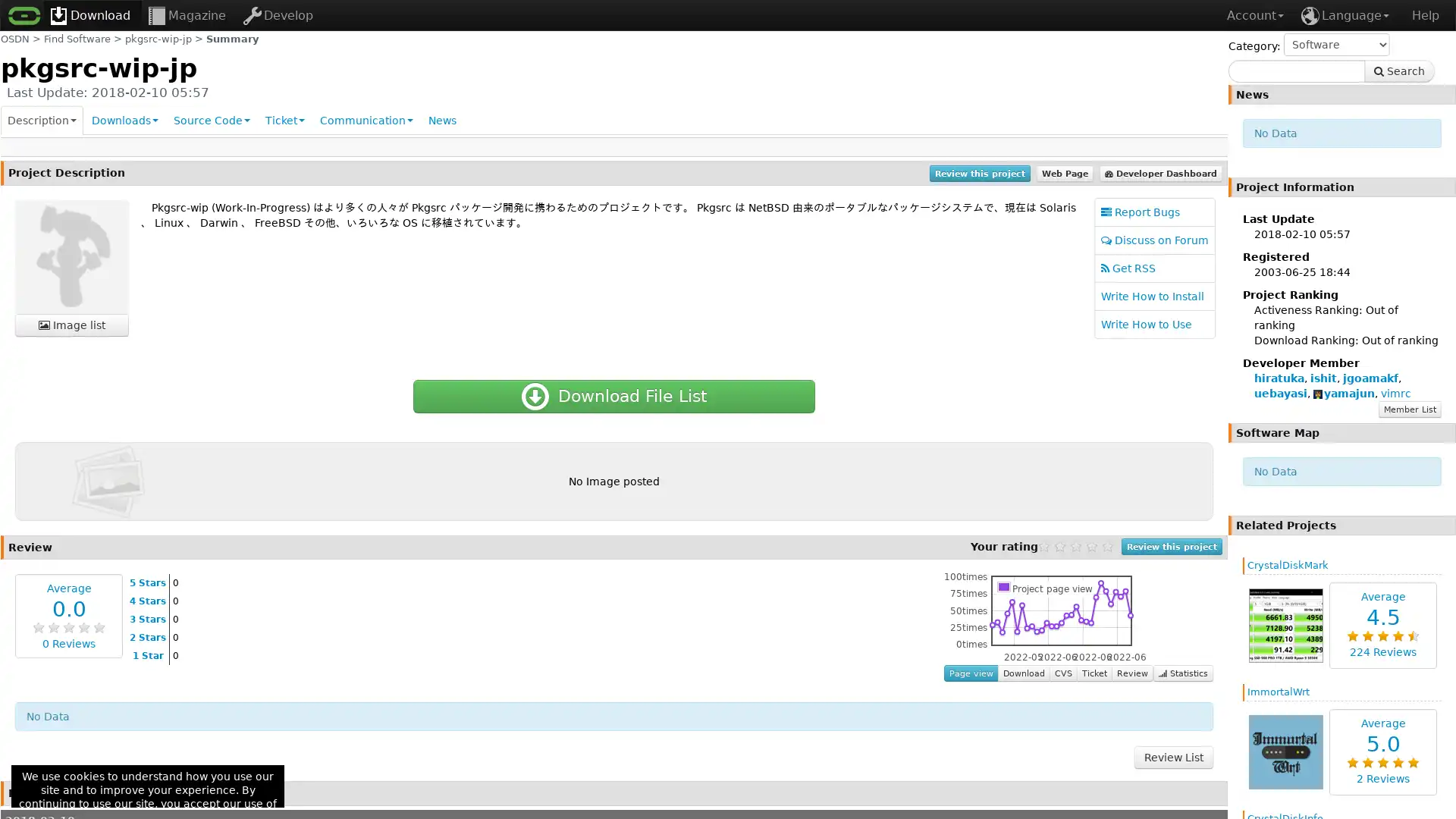 The width and height of the screenshot is (1456, 819). I want to click on Developer Dashboard, so click(1160, 172).